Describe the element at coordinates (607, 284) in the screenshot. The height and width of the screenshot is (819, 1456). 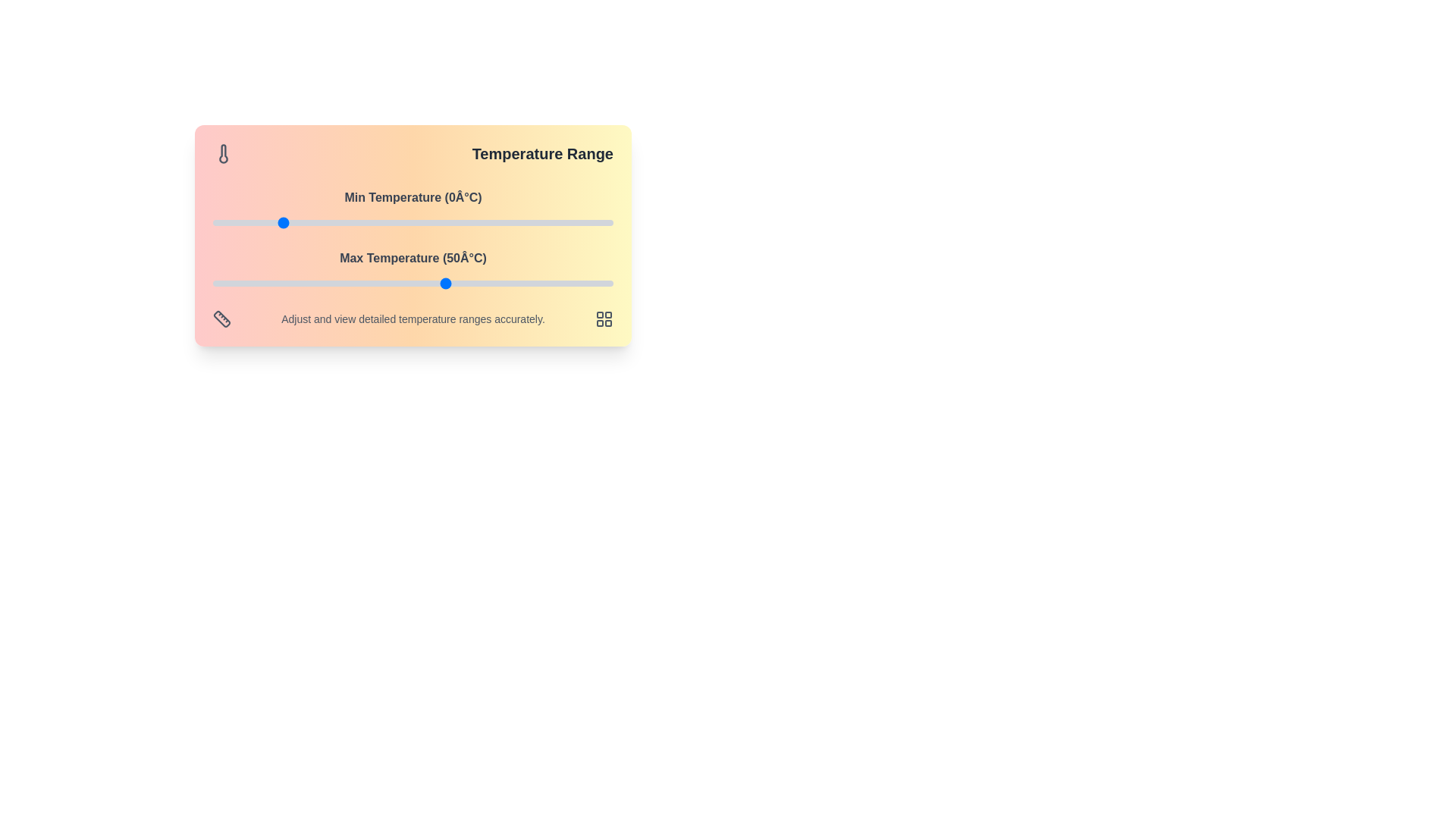
I see `the maximum temperature slider to 98°C` at that location.